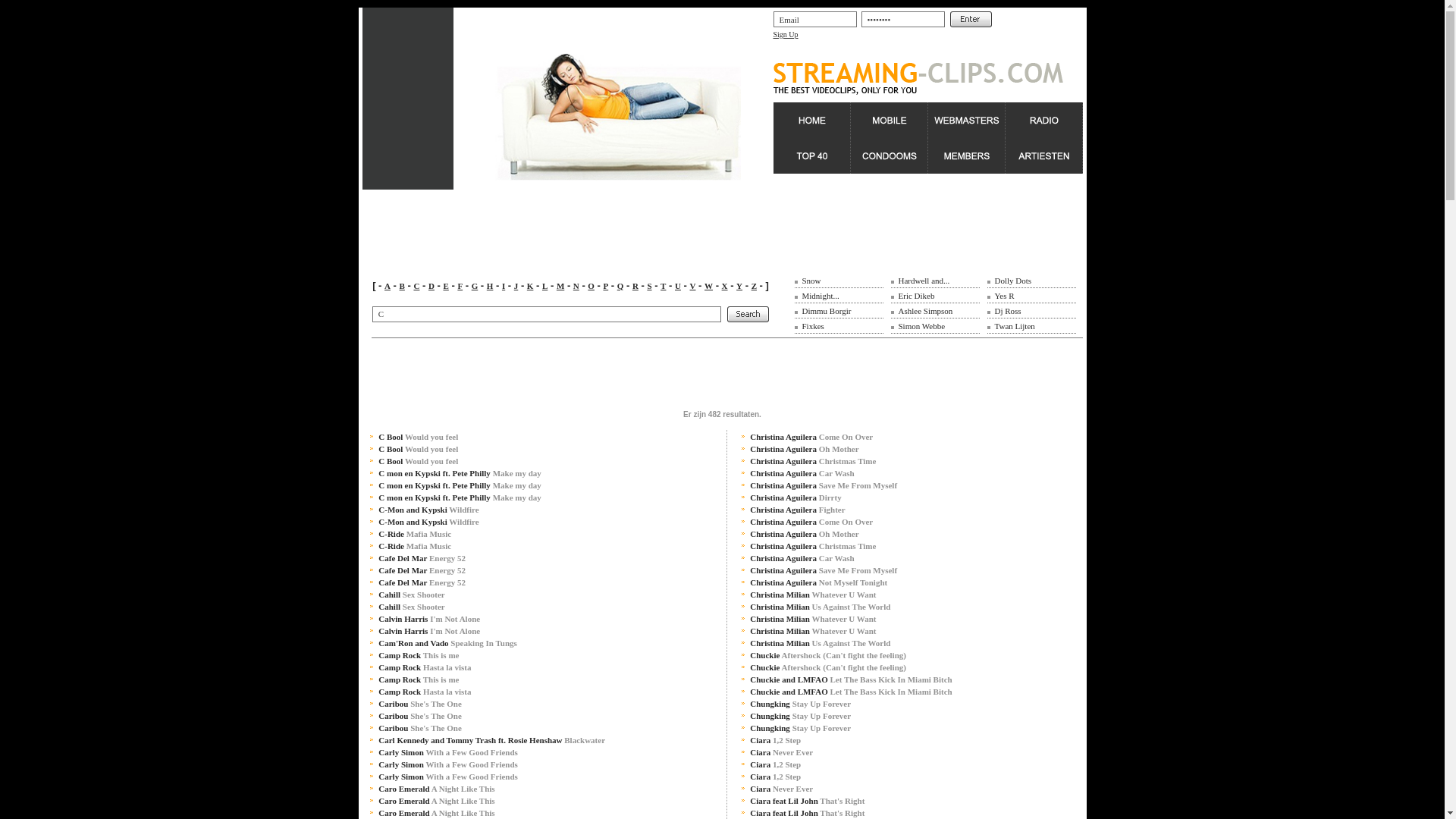 The image size is (1456, 819). I want to click on 'Fixkes', so click(812, 325).